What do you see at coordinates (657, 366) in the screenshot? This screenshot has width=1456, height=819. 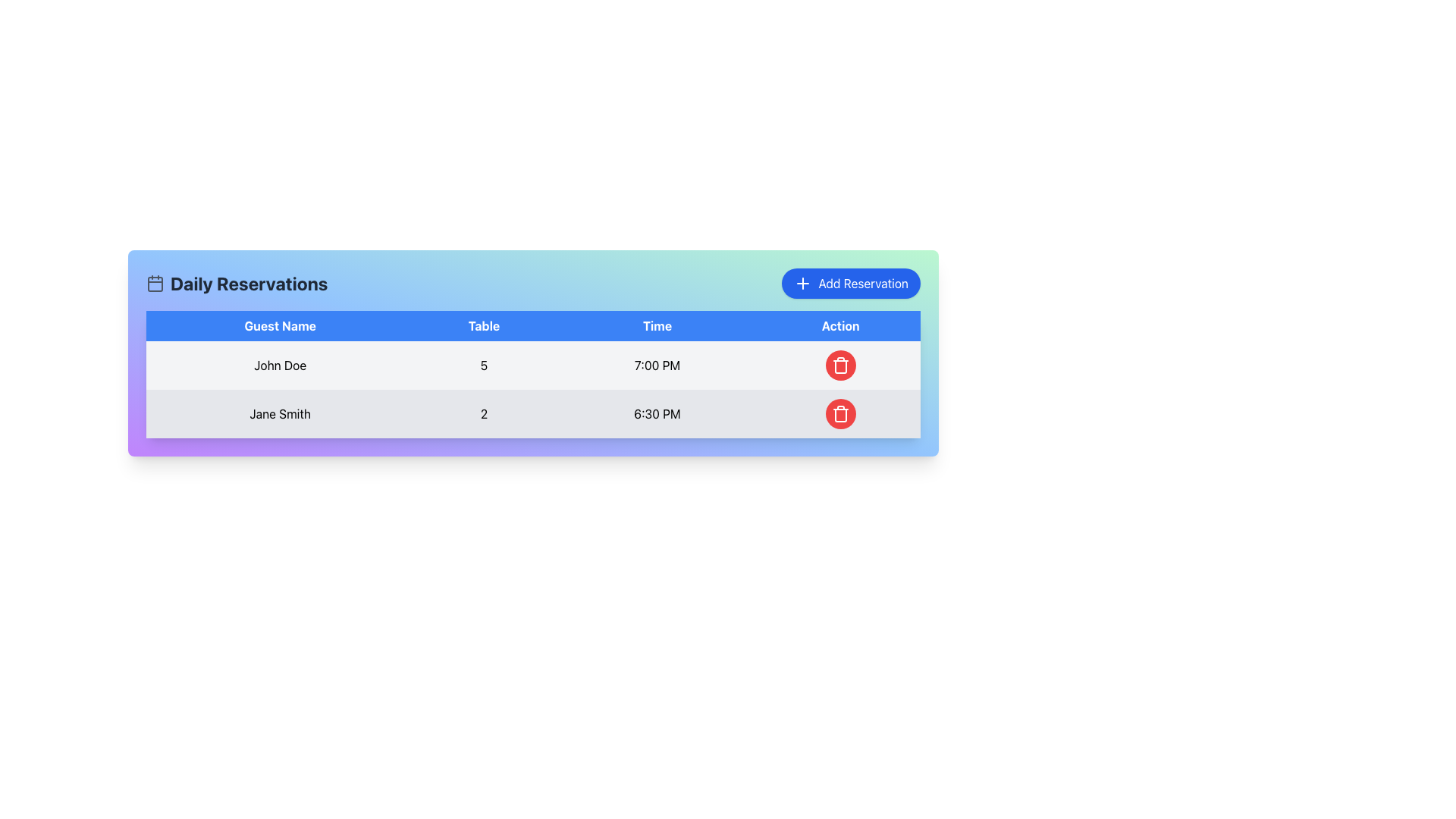 I see `the Text Label displaying the reservation time for a guest, which is located in the third column of the first row of the 'Daily Reservations' table, positioned between the table number '5' and an action button with a red background and a trash bin icon` at bounding box center [657, 366].